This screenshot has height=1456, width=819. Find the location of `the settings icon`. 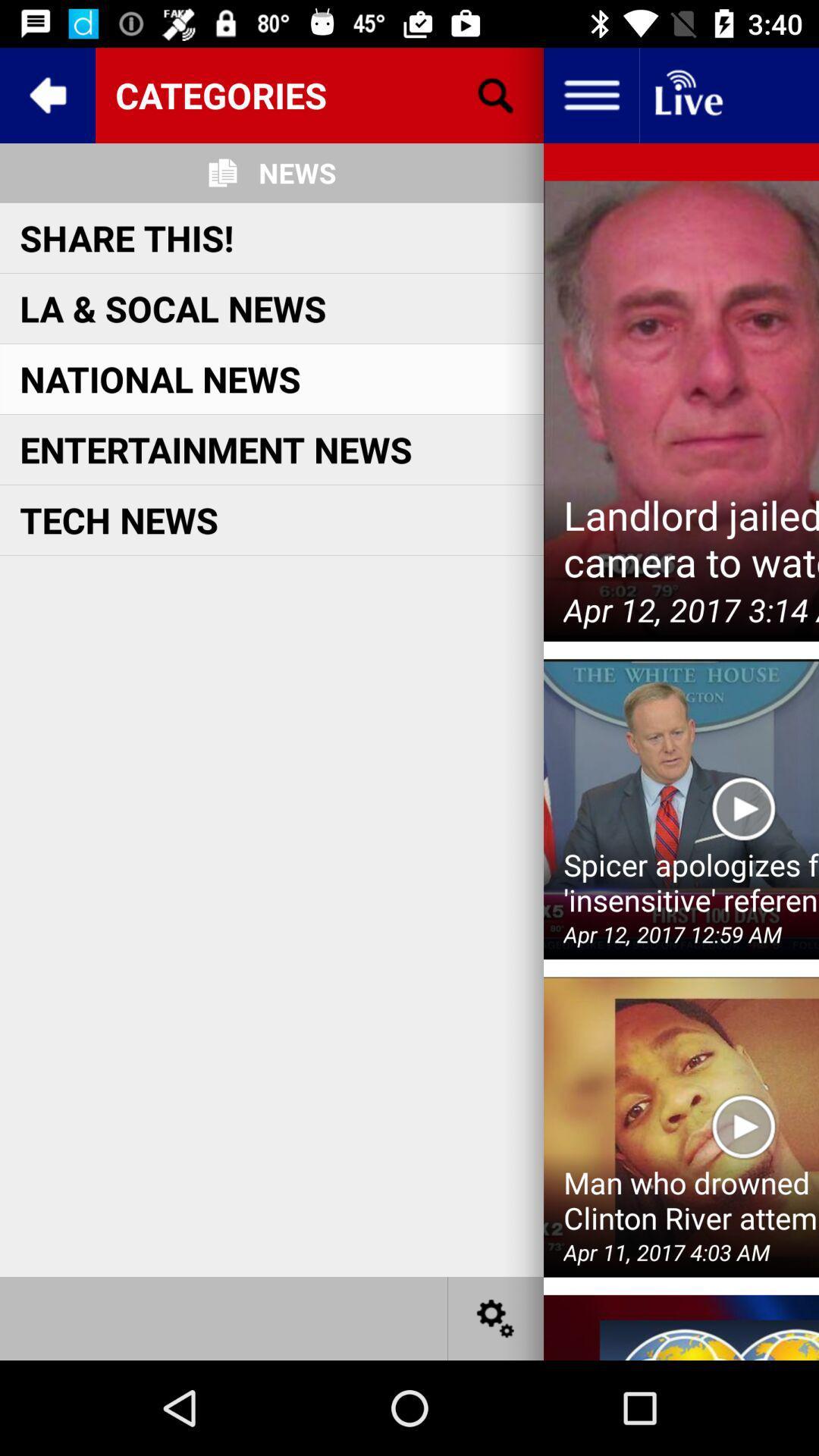

the settings icon is located at coordinates (496, 1317).